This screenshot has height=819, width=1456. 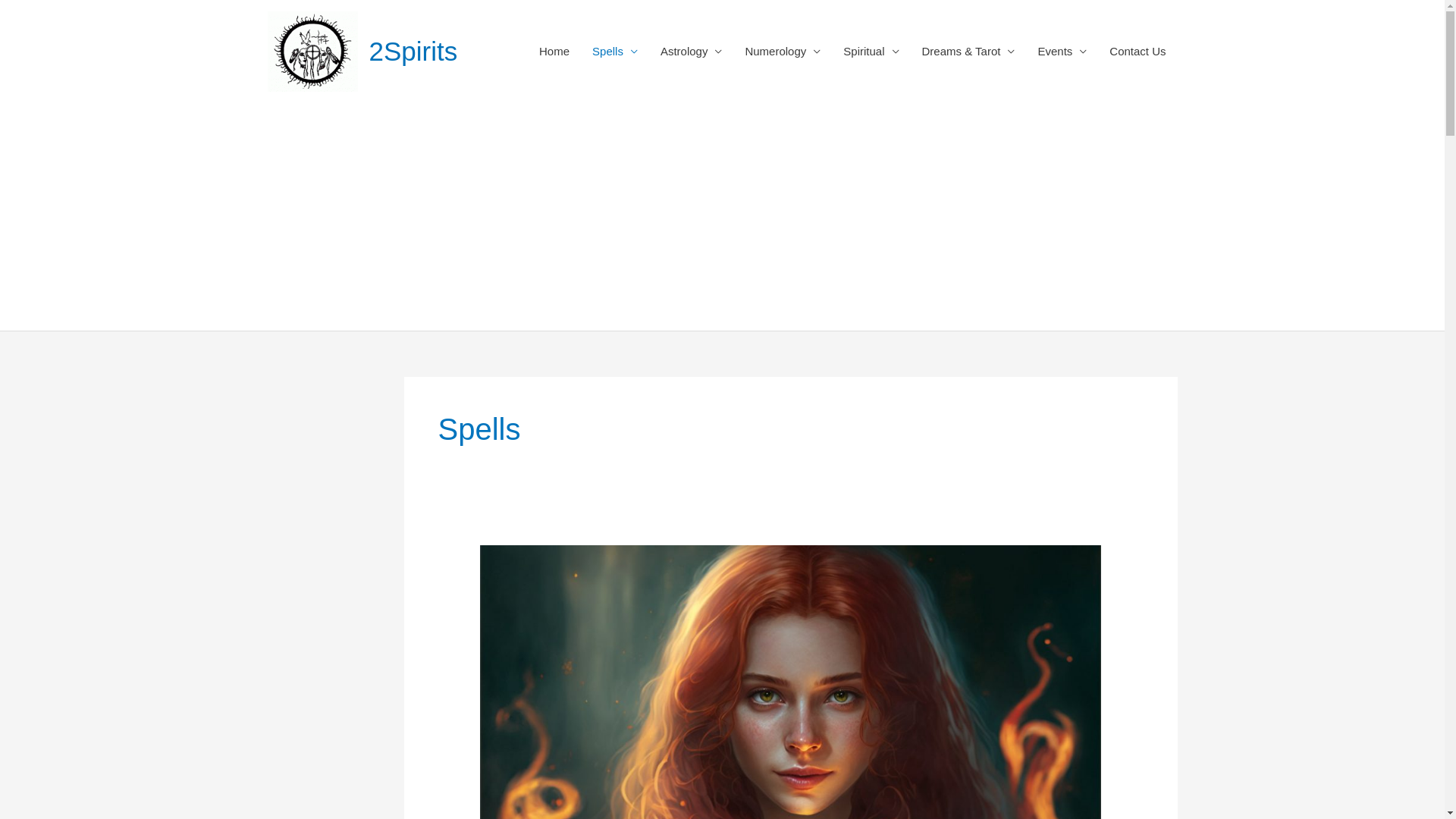 I want to click on 'Numerology', so click(x=783, y=51).